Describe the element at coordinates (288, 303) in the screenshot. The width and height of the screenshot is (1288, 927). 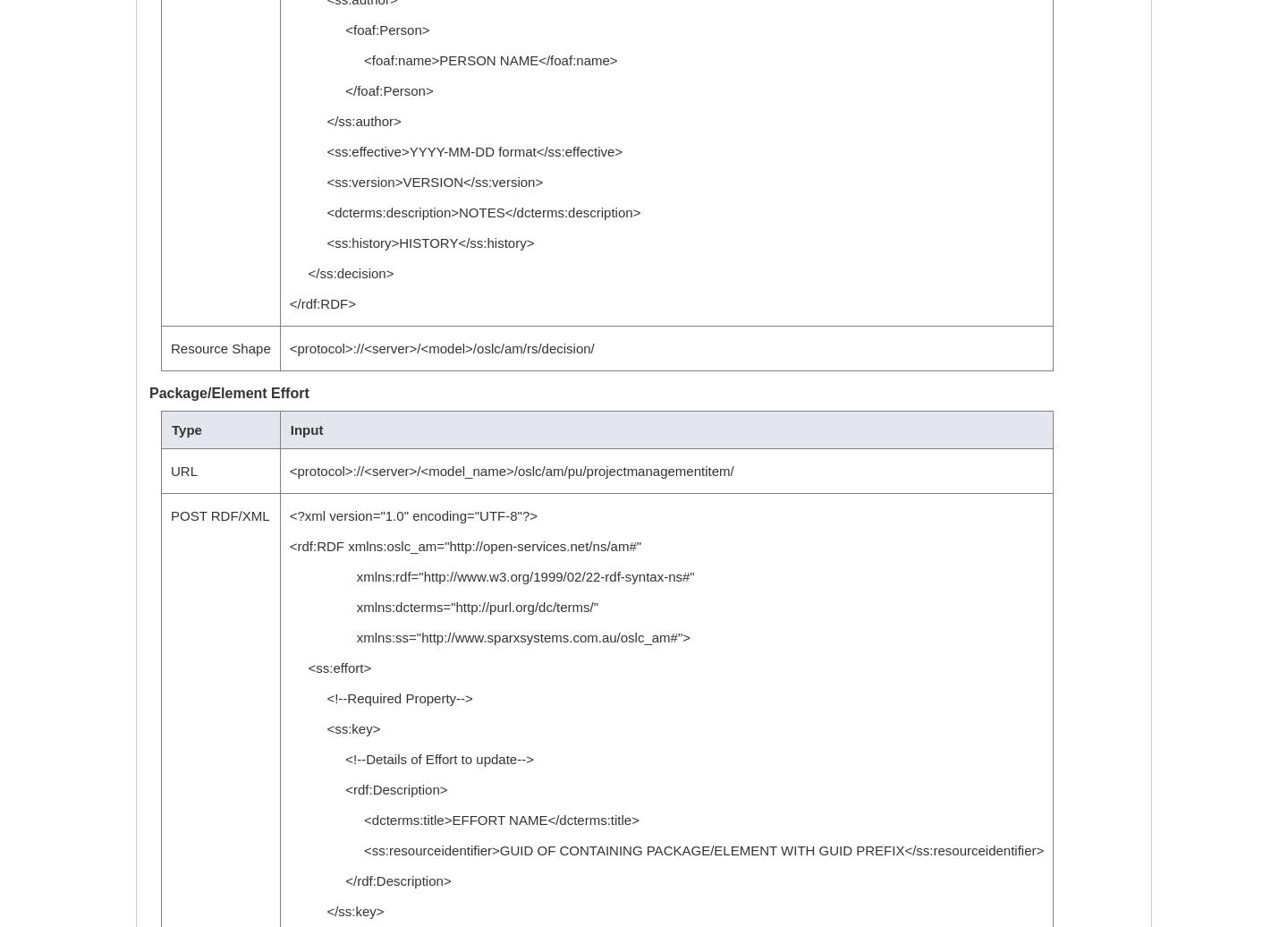
I see `'</rdf:RDF>'` at that location.